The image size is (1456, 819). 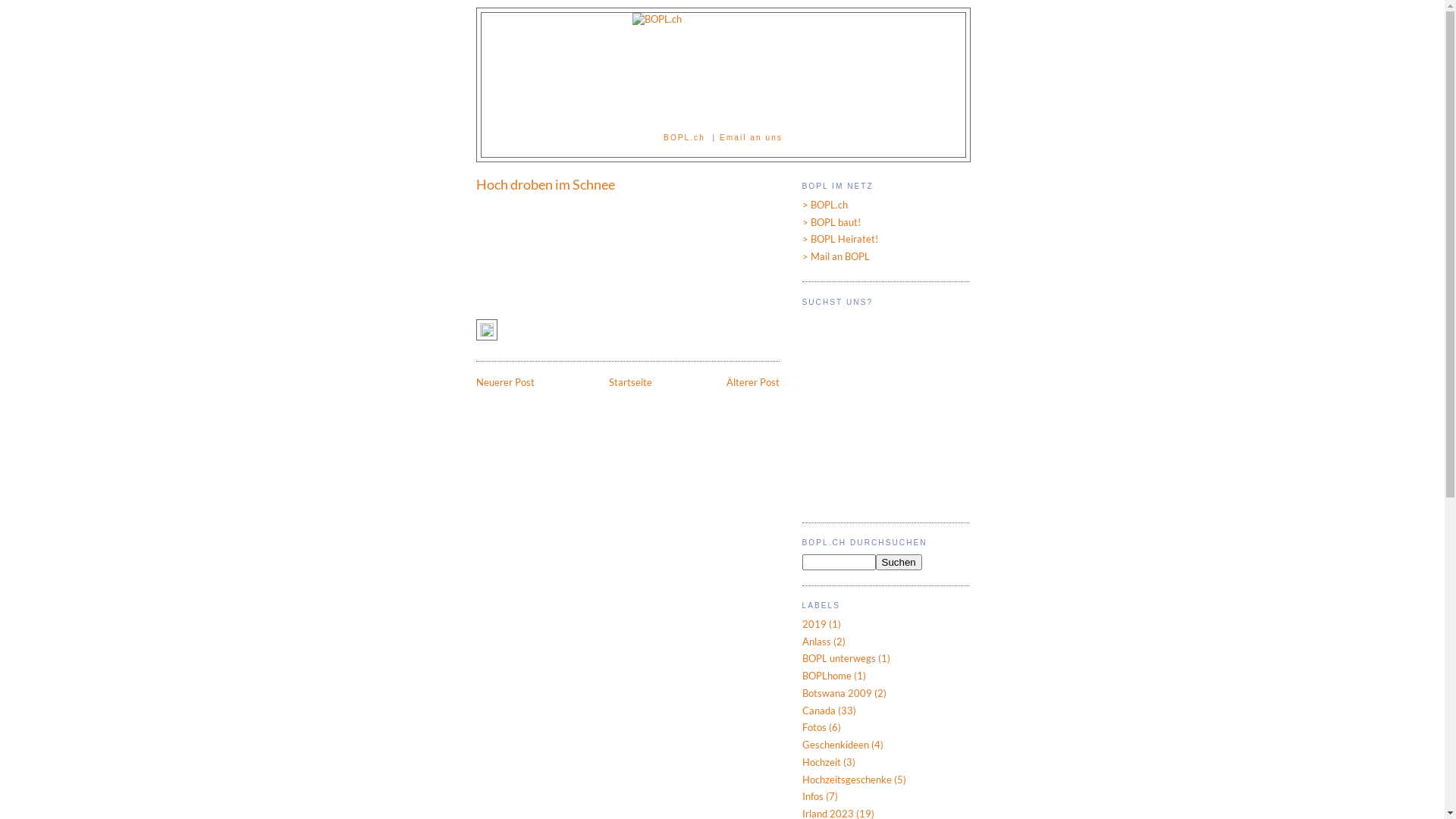 What do you see at coordinates (838, 657) in the screenshot?
I see `'BOPL unterwegs'` at bounding box center [838, 657].